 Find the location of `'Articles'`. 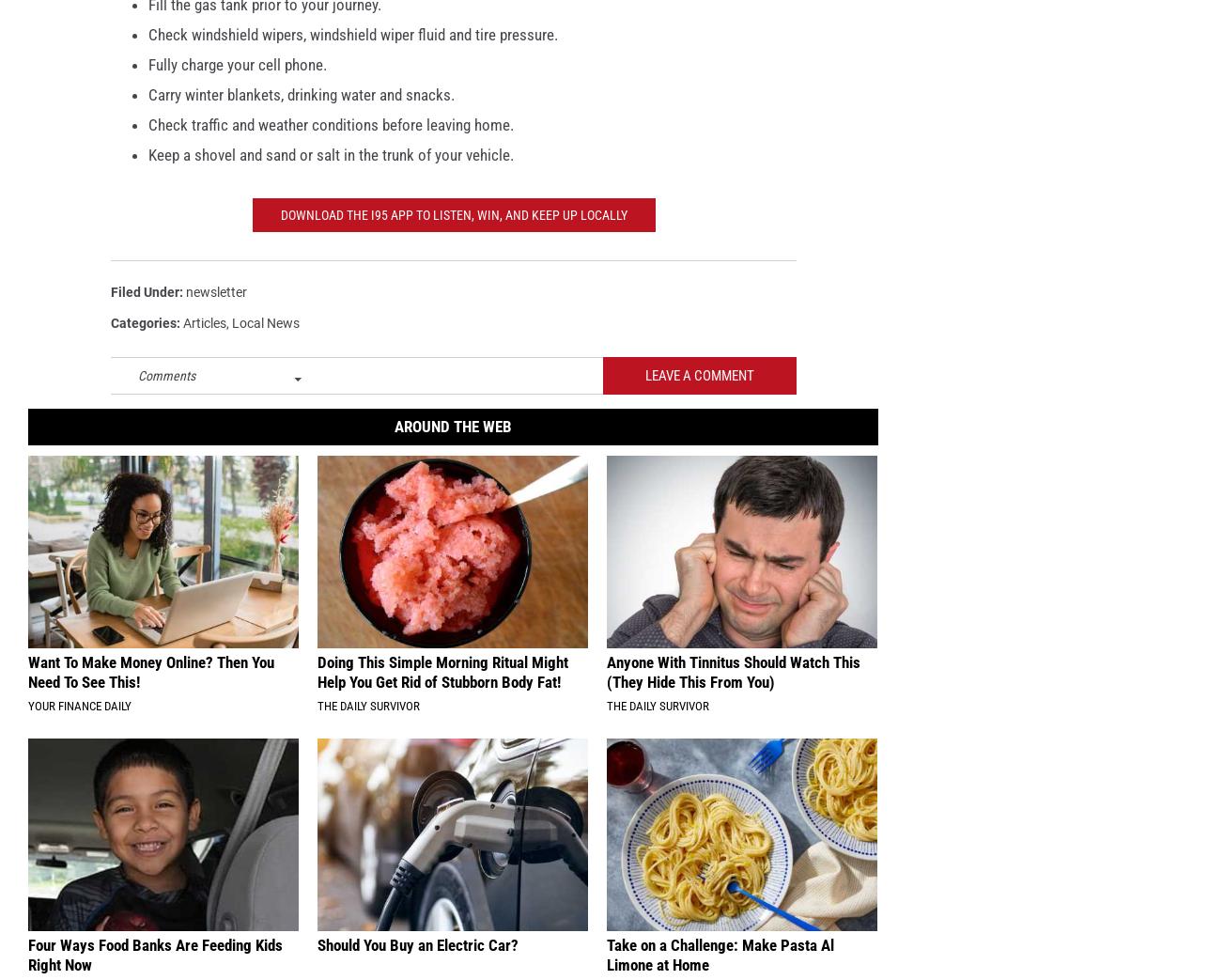

'Articles' is located at coordinates (204, 334).